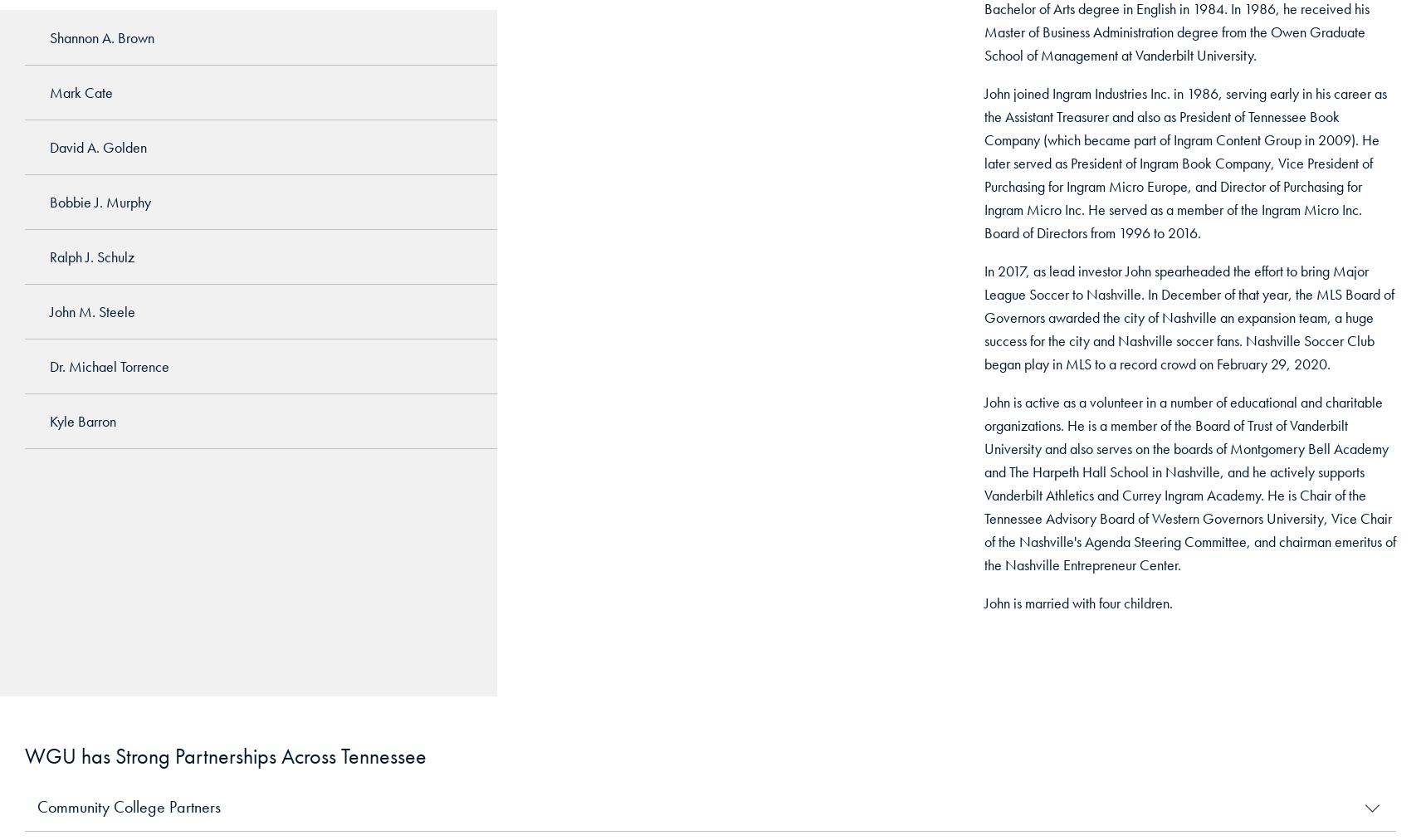 The image size is (1421, 840). I want to click on 'John is married with four children.', so click(1077, 603).